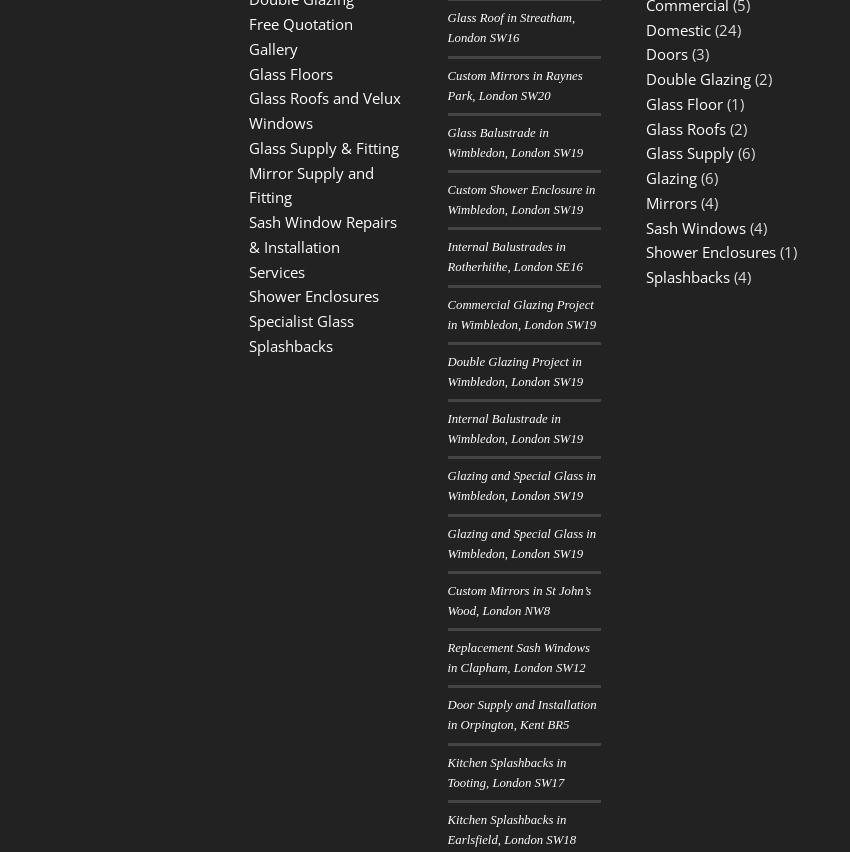 This screenshot has height=852, width=850. Describe the element at coordinates (506, 771) in the screenshot. I see `'Kitchen Splashbacks in Tooting, London SW17'` at that location.